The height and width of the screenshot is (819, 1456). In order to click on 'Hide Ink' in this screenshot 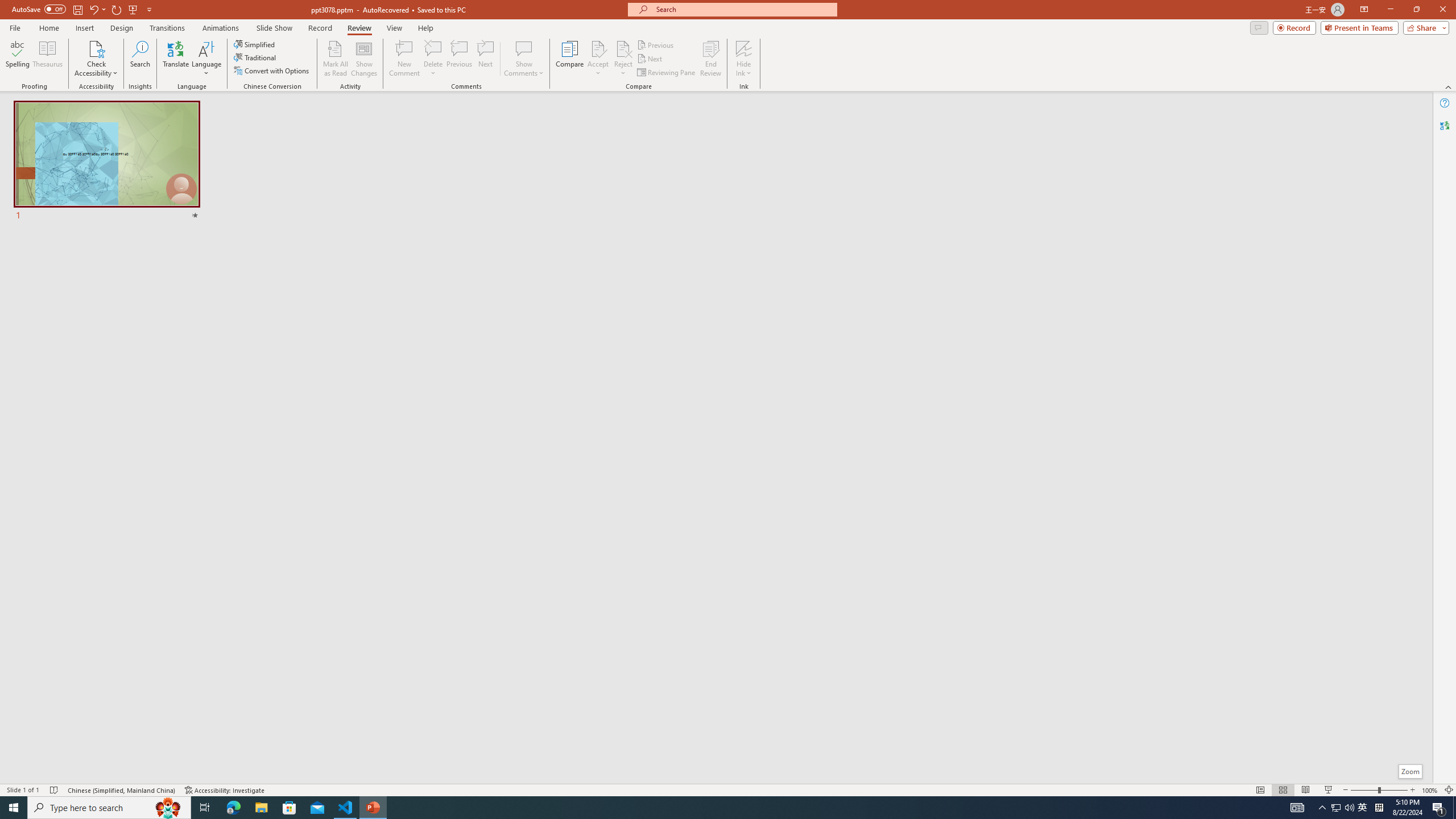, I will do `click(744, 59)`.